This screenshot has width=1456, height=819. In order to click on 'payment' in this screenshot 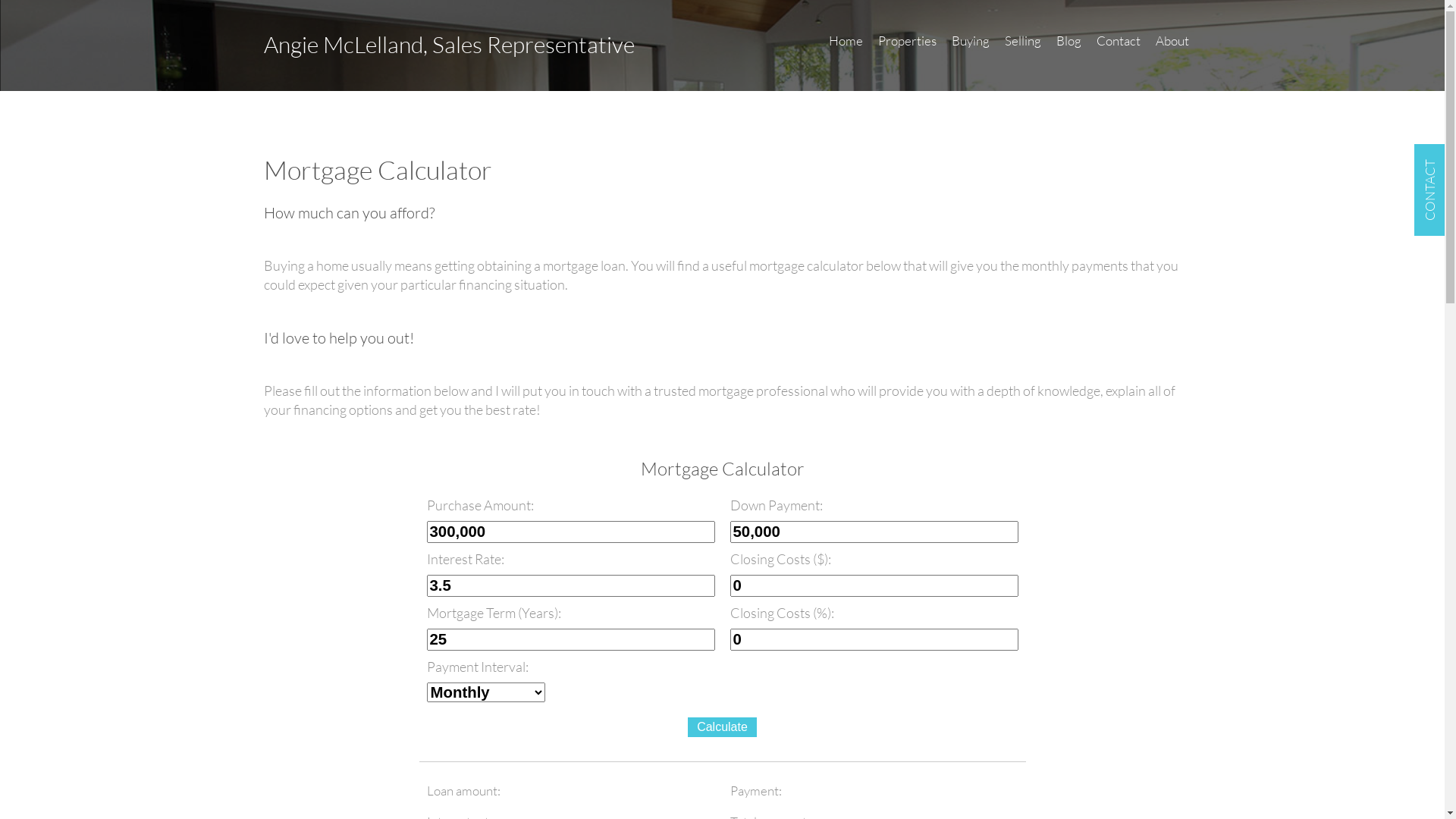, I will do `click(974, 789)`.